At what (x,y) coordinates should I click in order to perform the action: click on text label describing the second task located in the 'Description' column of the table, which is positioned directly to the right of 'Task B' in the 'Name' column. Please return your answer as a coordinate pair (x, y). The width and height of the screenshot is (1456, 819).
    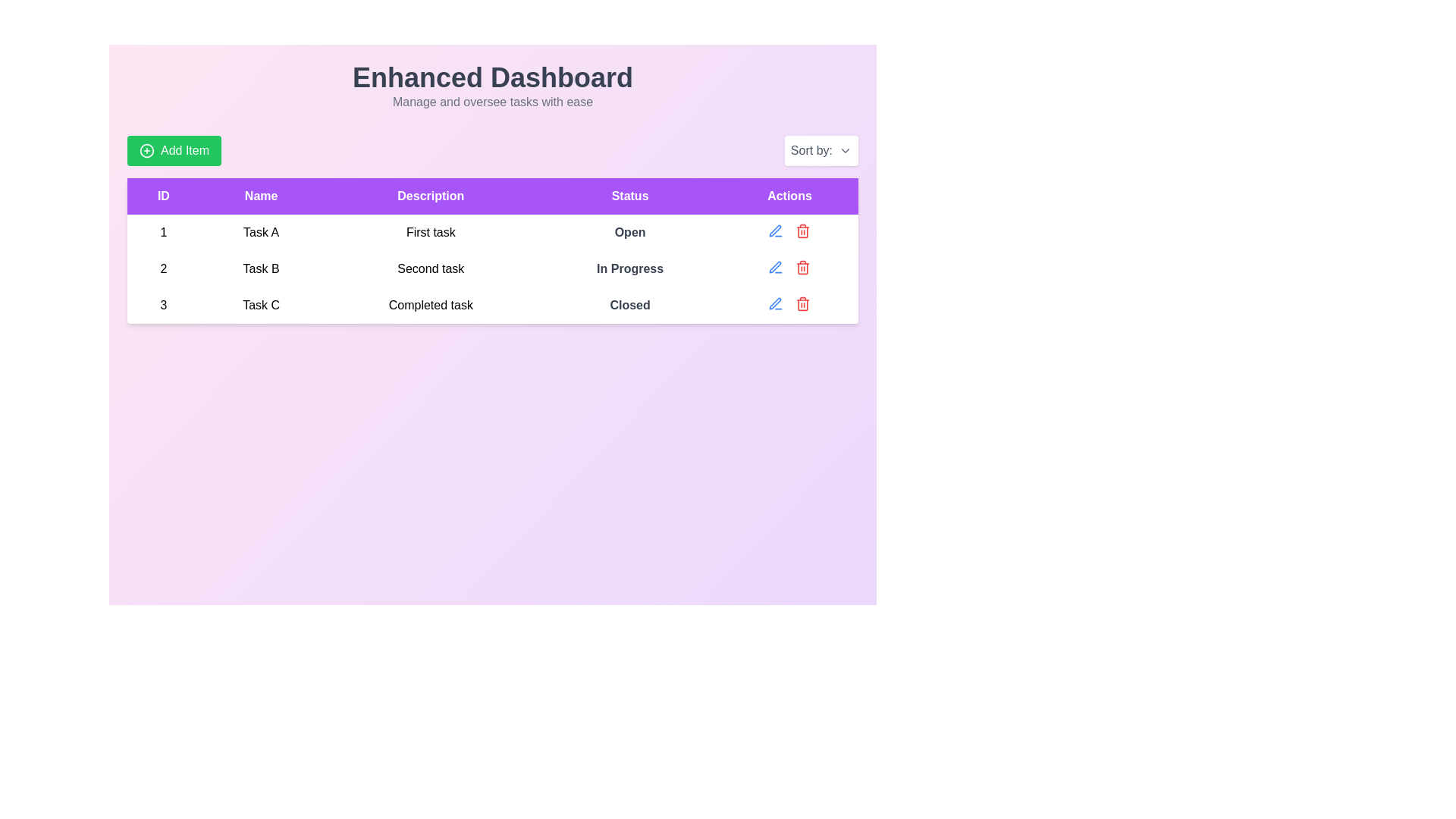
    Looking at the image, I should click on (430, 268).